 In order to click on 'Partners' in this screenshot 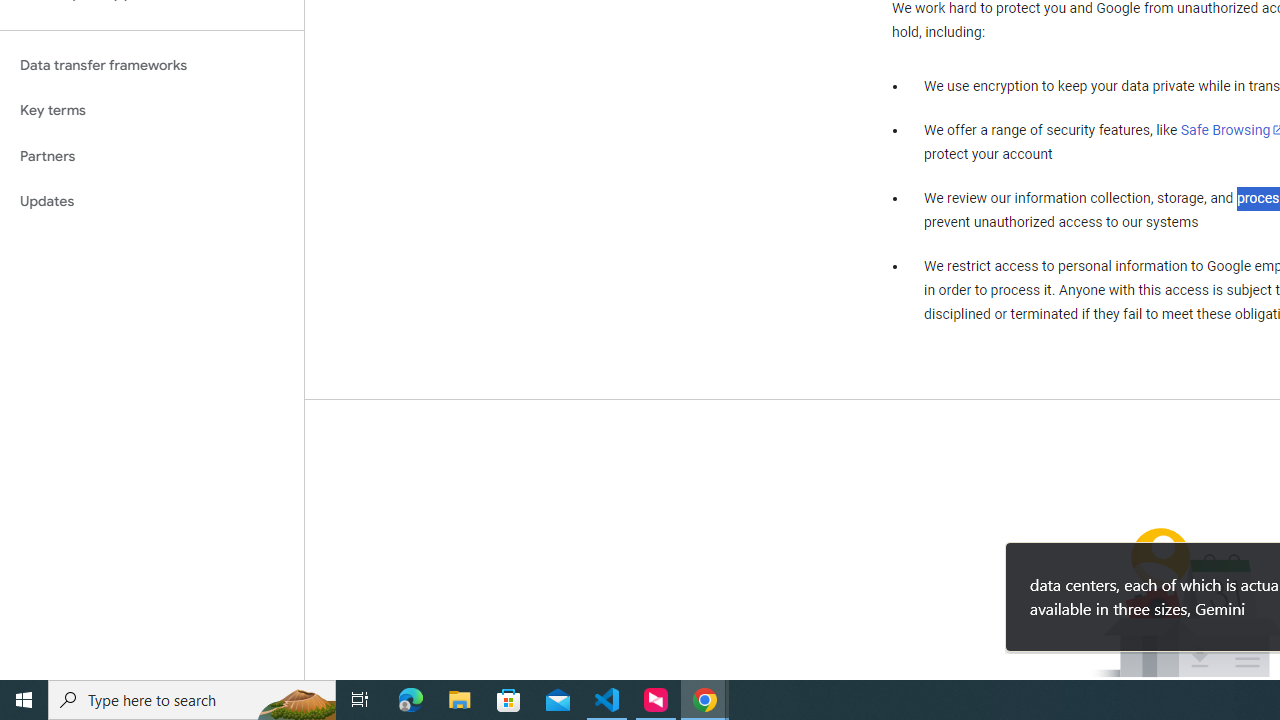, I will do `click(151, 155)`.